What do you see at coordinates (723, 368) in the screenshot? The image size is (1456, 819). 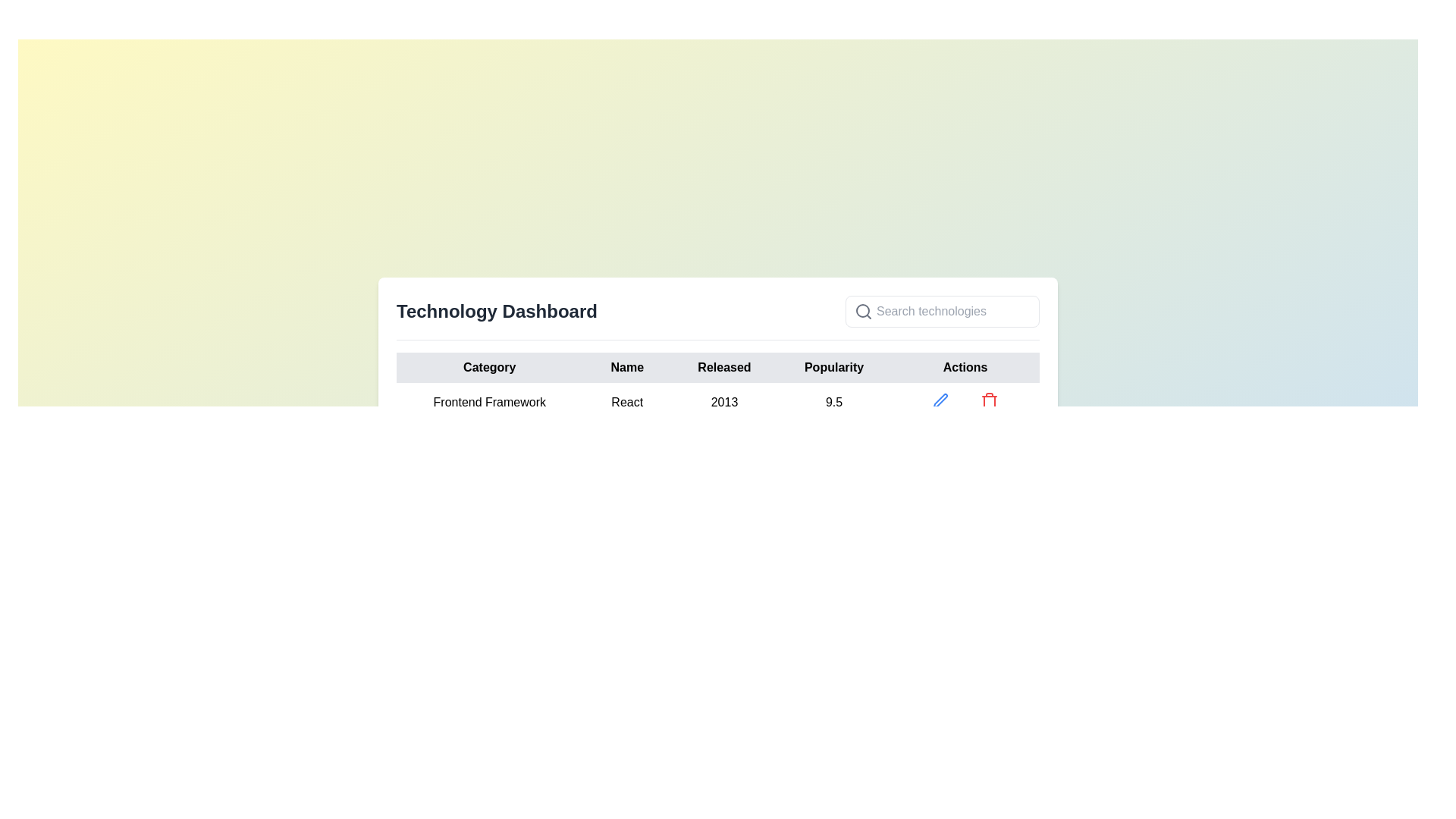 I see `the text label 'Released' which is the third column header in the tabular structure, styled with a gray background and centered in its column` at bounding box center [723, 368].